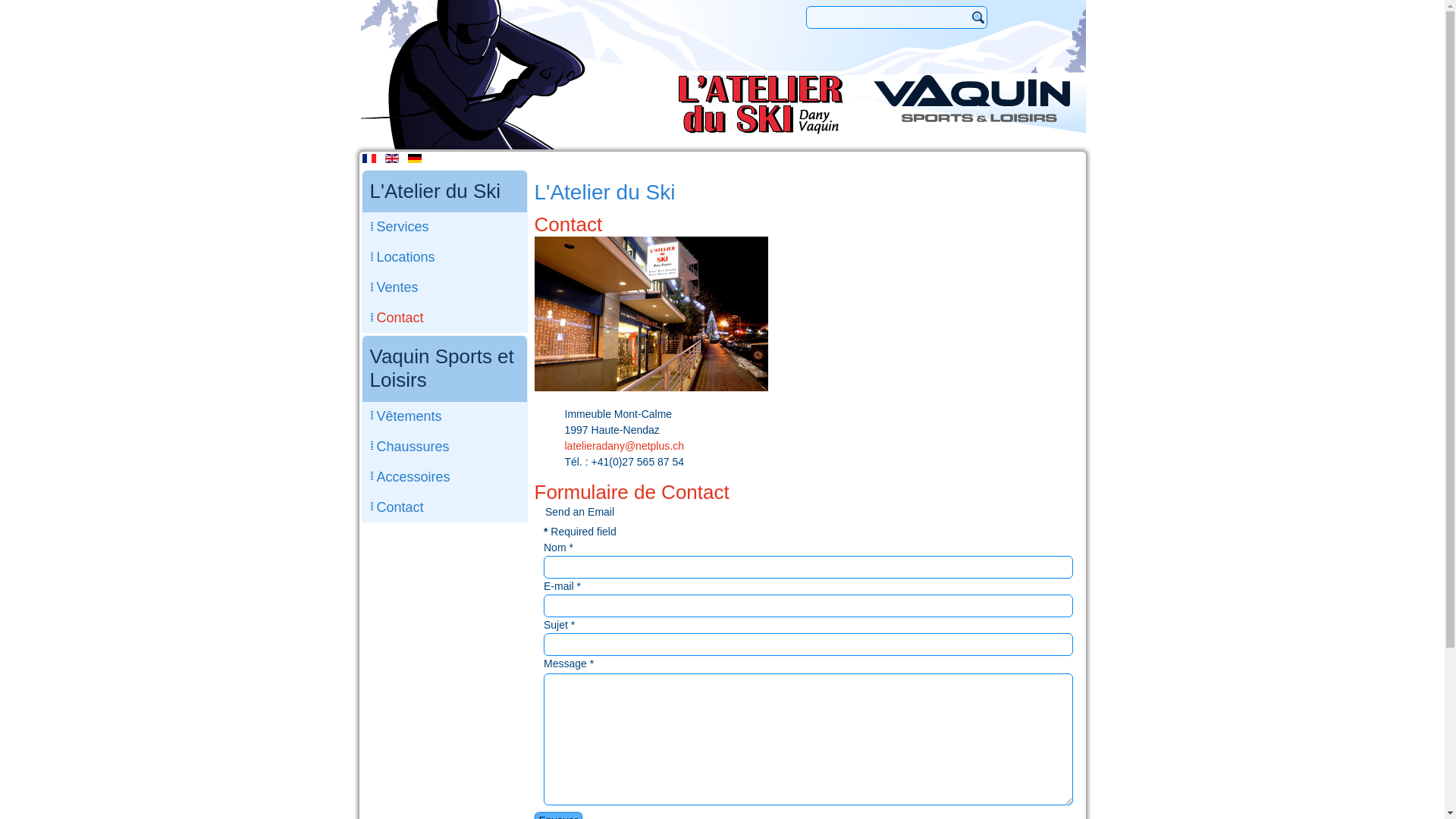 This screenshot has width=1456, height=819. Describe the element at coordinates (971, 99) in the screenshot. I see `'Vaquin Sports et Loisirs'` at that location.